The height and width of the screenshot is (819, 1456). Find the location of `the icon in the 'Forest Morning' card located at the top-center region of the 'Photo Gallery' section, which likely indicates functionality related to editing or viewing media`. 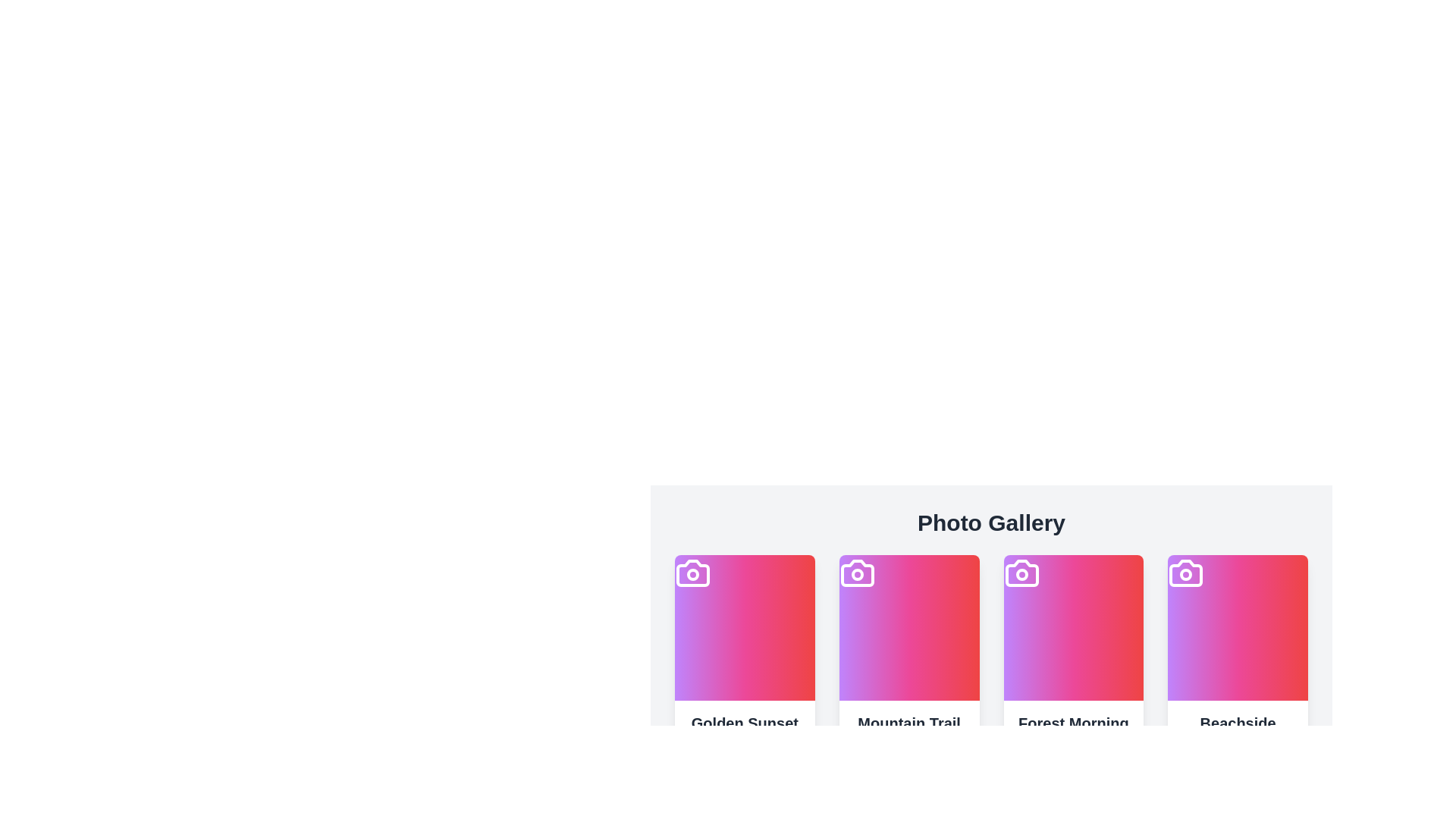

the icon in the 'Forest Morning' card located at the top-center region of the 'Photo Gallery' section, which likely indicates functionality related to editing or viewing media is located at coordinates (1021, 573).